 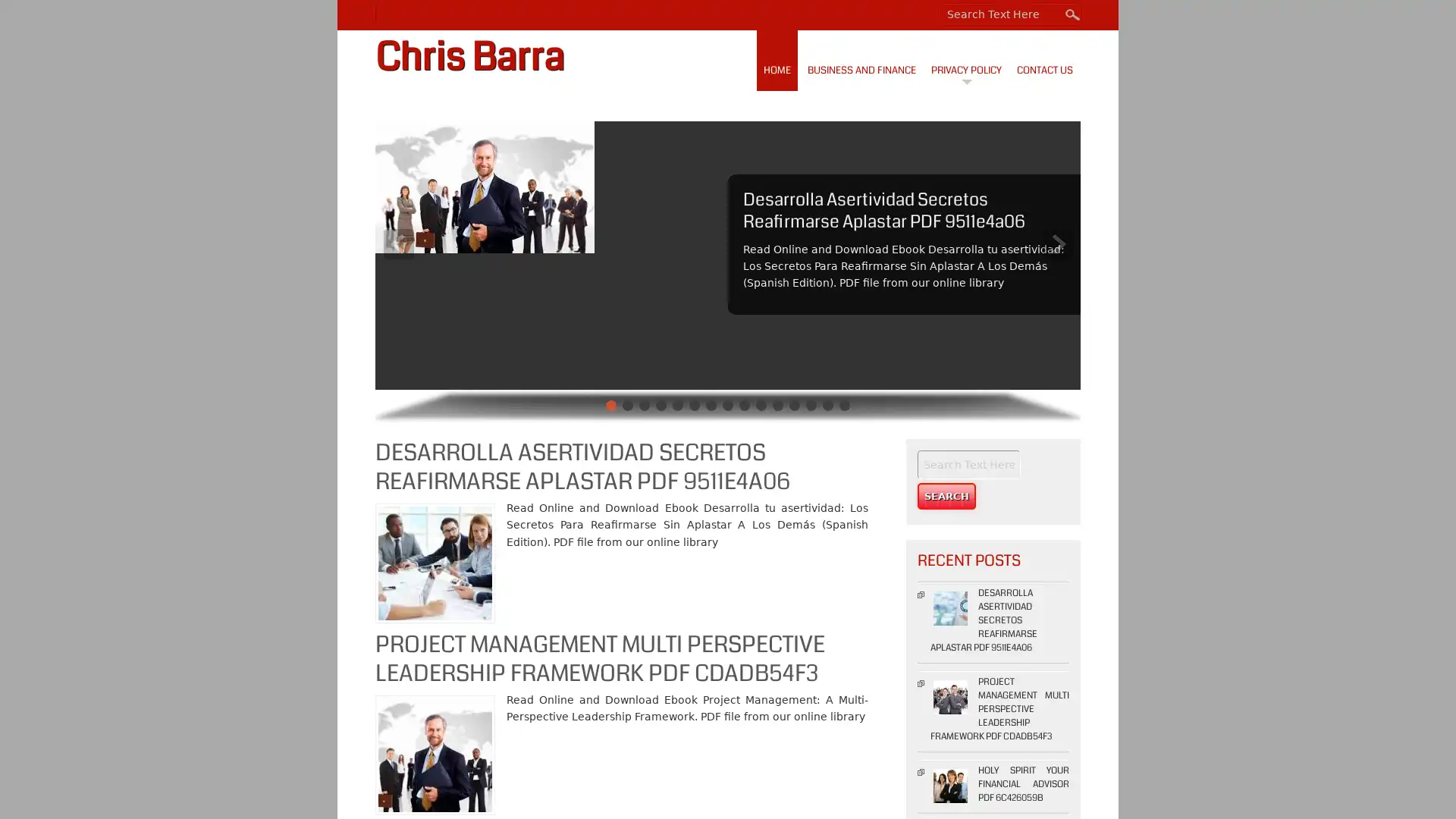 What do you see at coordinates (946, 496) in the screenshot?
I see `Search` at bounding box center [946, 496].